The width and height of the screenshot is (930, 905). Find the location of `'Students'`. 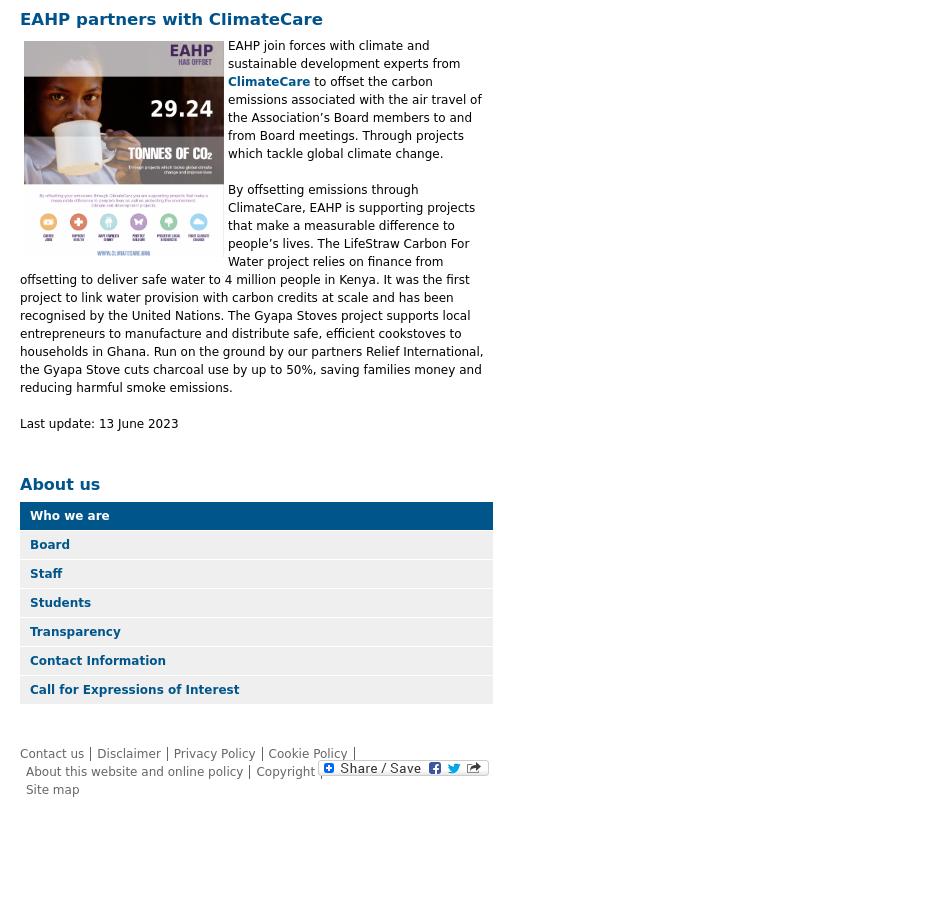

'Students' is located at coordinates (29, 602).